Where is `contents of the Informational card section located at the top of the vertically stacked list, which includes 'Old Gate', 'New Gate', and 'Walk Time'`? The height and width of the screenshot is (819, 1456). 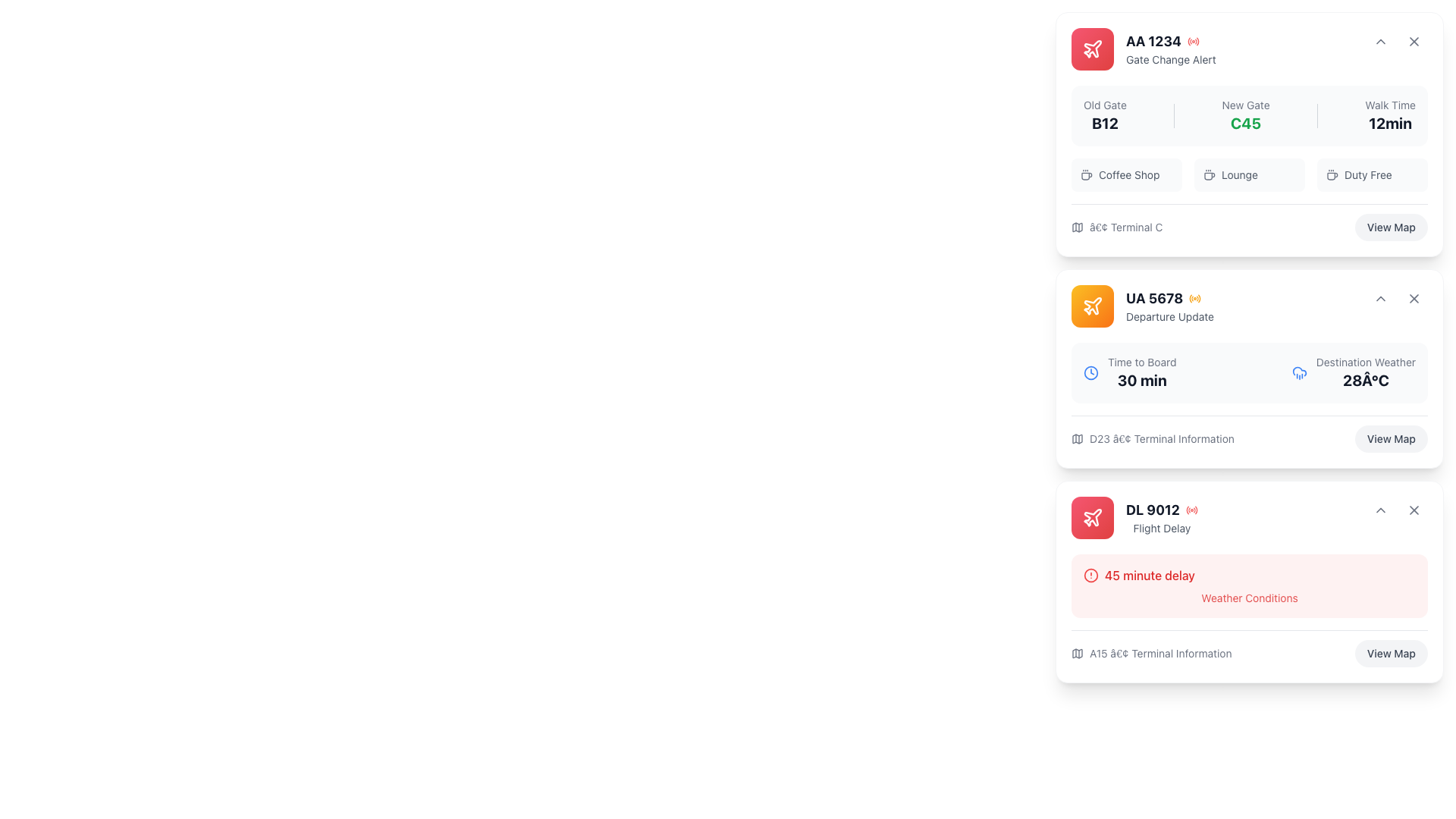 contents of the Informational card section located at the top of the vertically stacked list, which includes 'Old Gate', 'New Gate', and 'Walk Time' is located at coordinates (1249, 115).